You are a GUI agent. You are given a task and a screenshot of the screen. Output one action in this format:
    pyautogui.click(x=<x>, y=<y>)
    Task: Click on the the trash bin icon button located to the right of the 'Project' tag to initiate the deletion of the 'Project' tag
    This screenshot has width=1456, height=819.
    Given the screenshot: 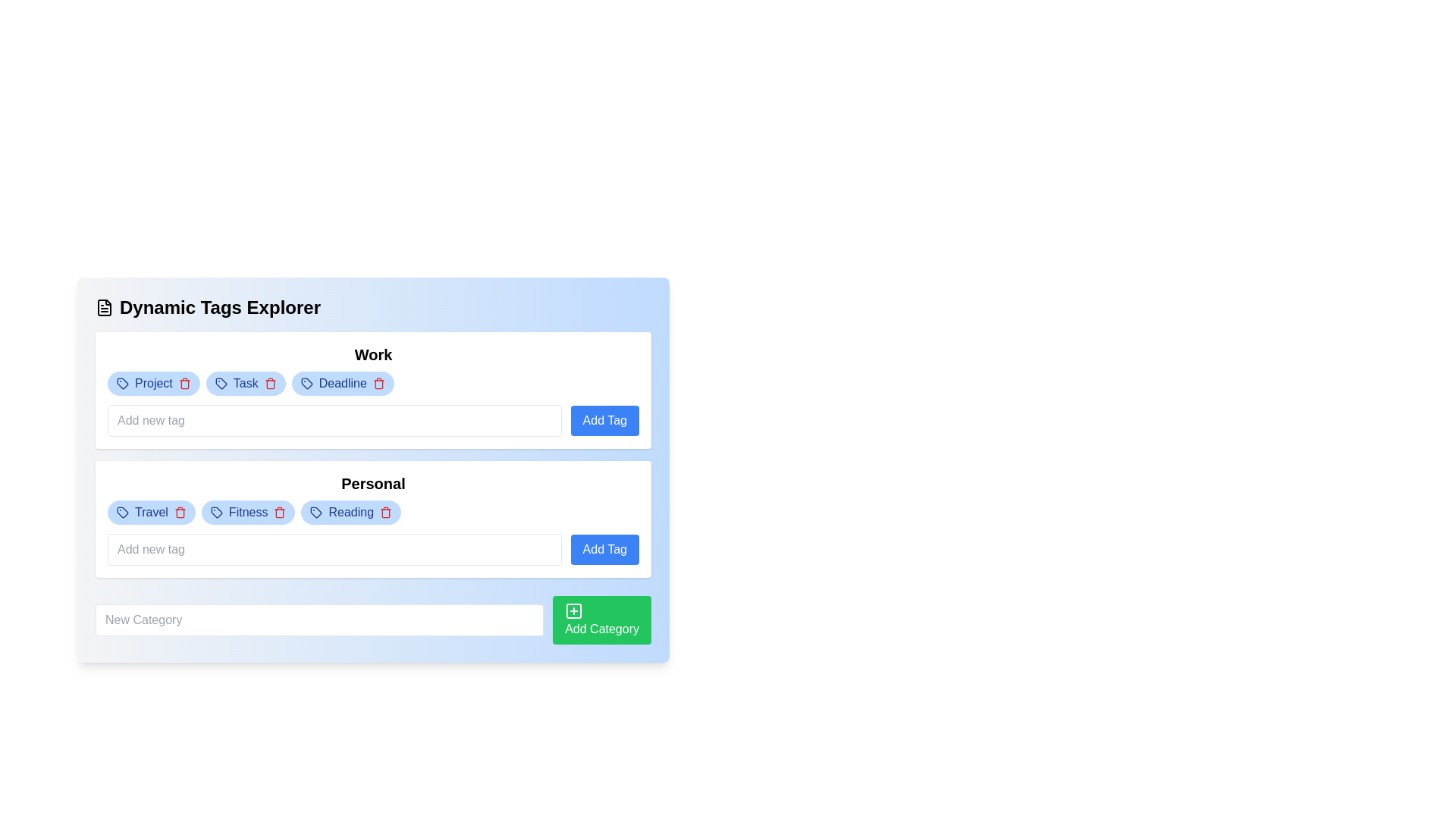 What is the action you would take?
    pyautogui.click(x=184, y=382)
    